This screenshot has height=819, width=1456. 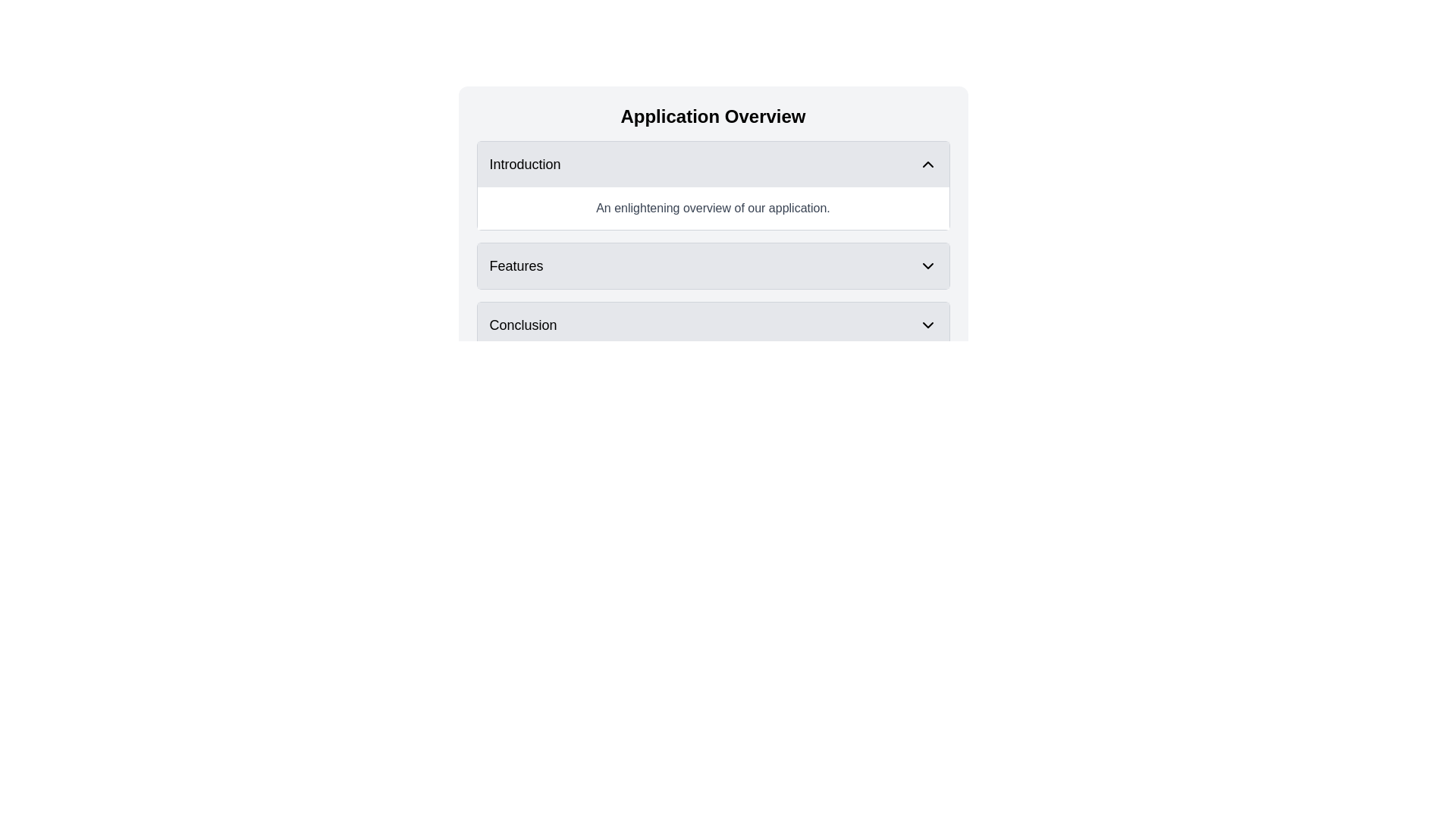 I want to click on the Text Label displaying 'An enlightening overview of our application.' which is located under the 'Introduction' header in the accordion layout, so click(x=712, y=208).